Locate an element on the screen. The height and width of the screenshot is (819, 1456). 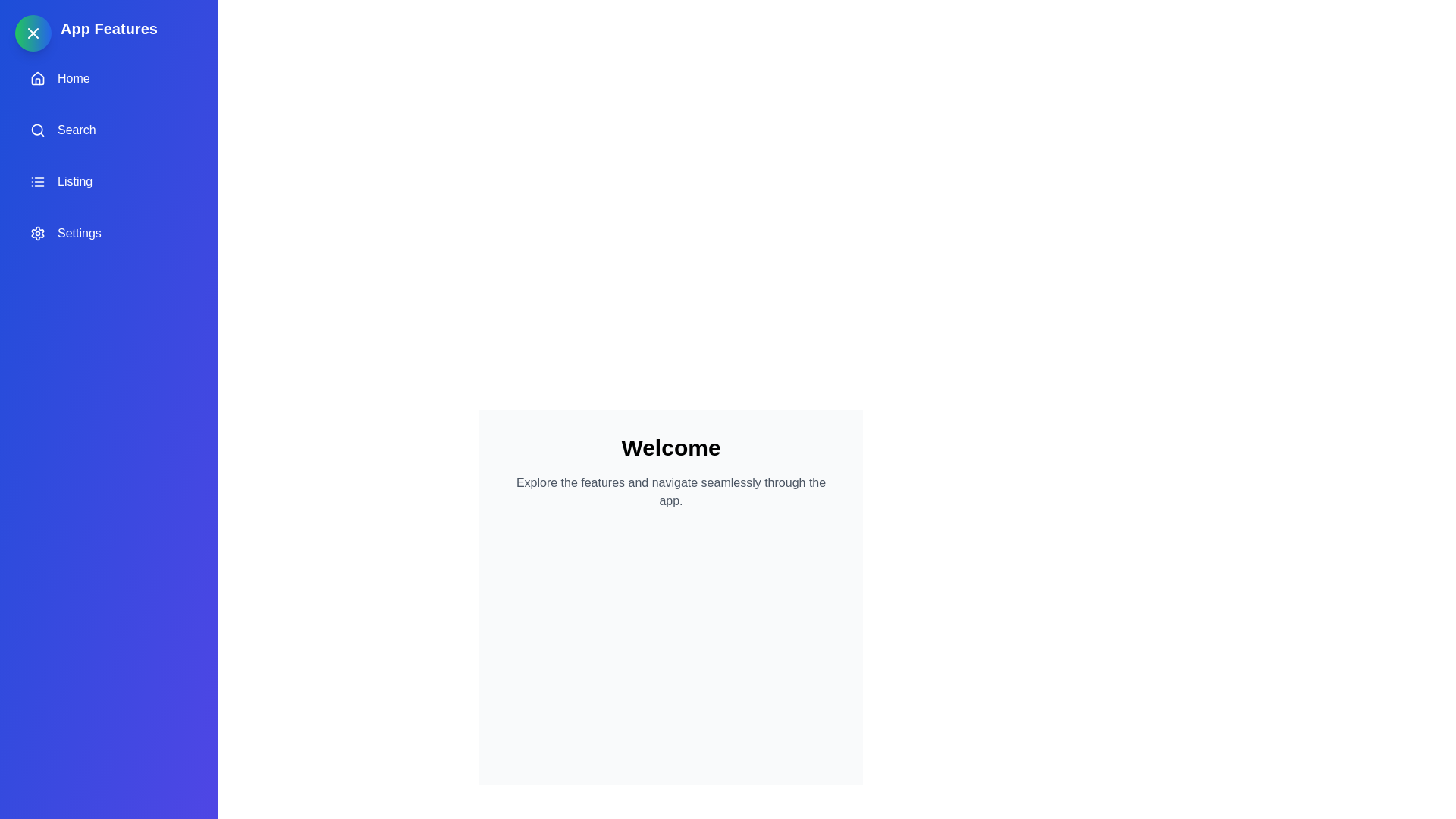
the 'Settings' option in the drawer is located at coordinates (108, 234).